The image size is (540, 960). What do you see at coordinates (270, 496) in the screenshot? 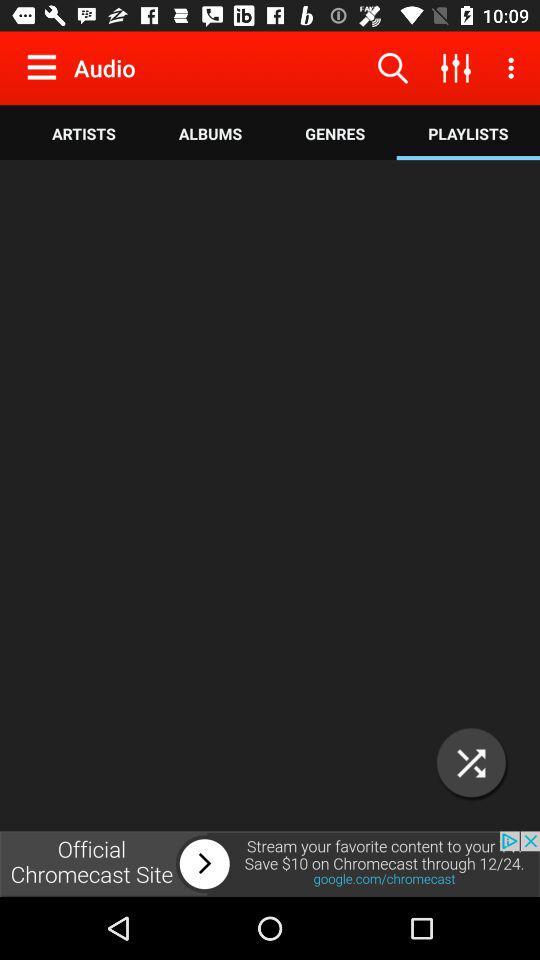
I see `advertisement` at bounding box center [270, 496].